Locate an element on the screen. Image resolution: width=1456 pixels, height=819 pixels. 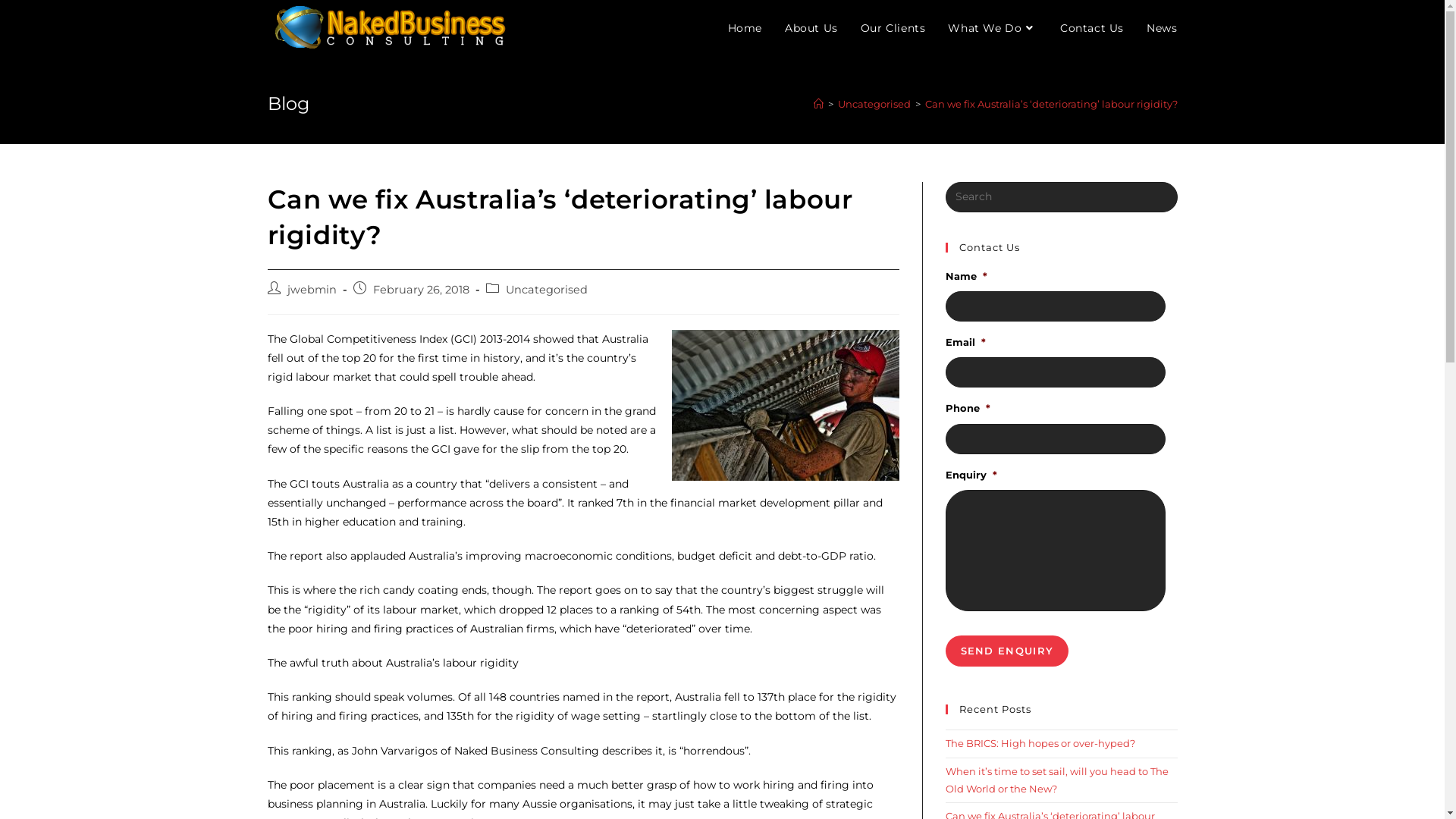
'The BRICS: High hopes or over-hyped?' is located at coordinates (944, 742).